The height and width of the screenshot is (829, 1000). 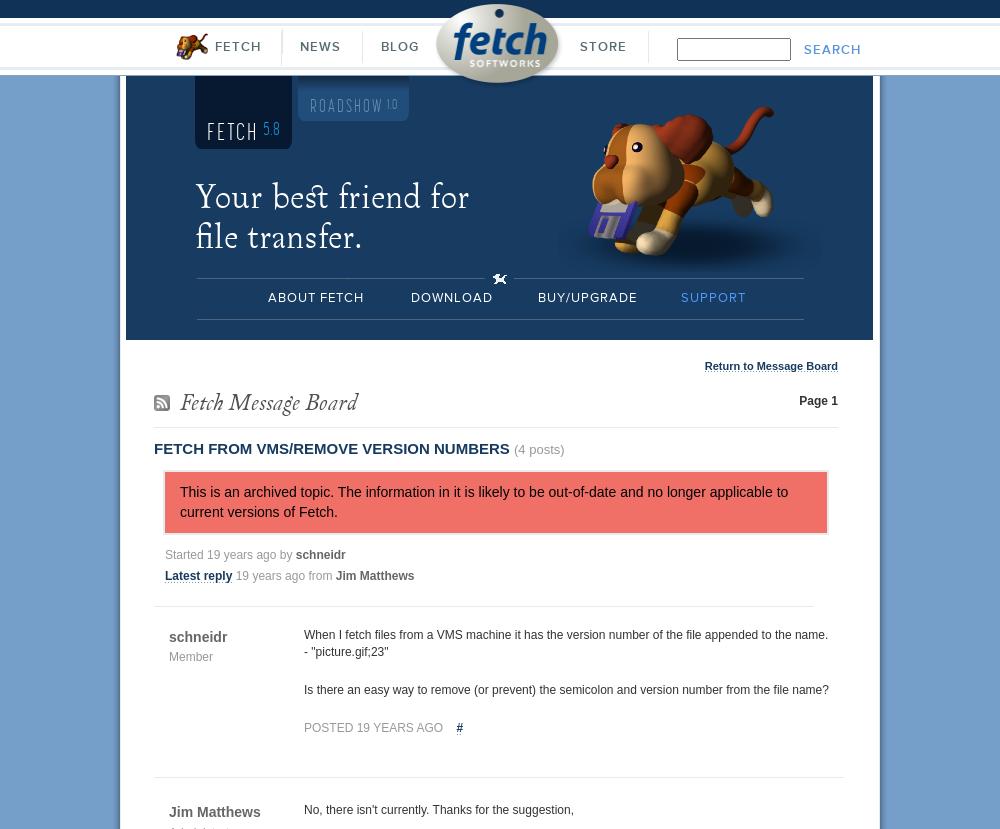 What do you see at coordinates (586, 297) in the screenshot?
I see `'Buy/Upgrade'` at bounding box center [586, 297].